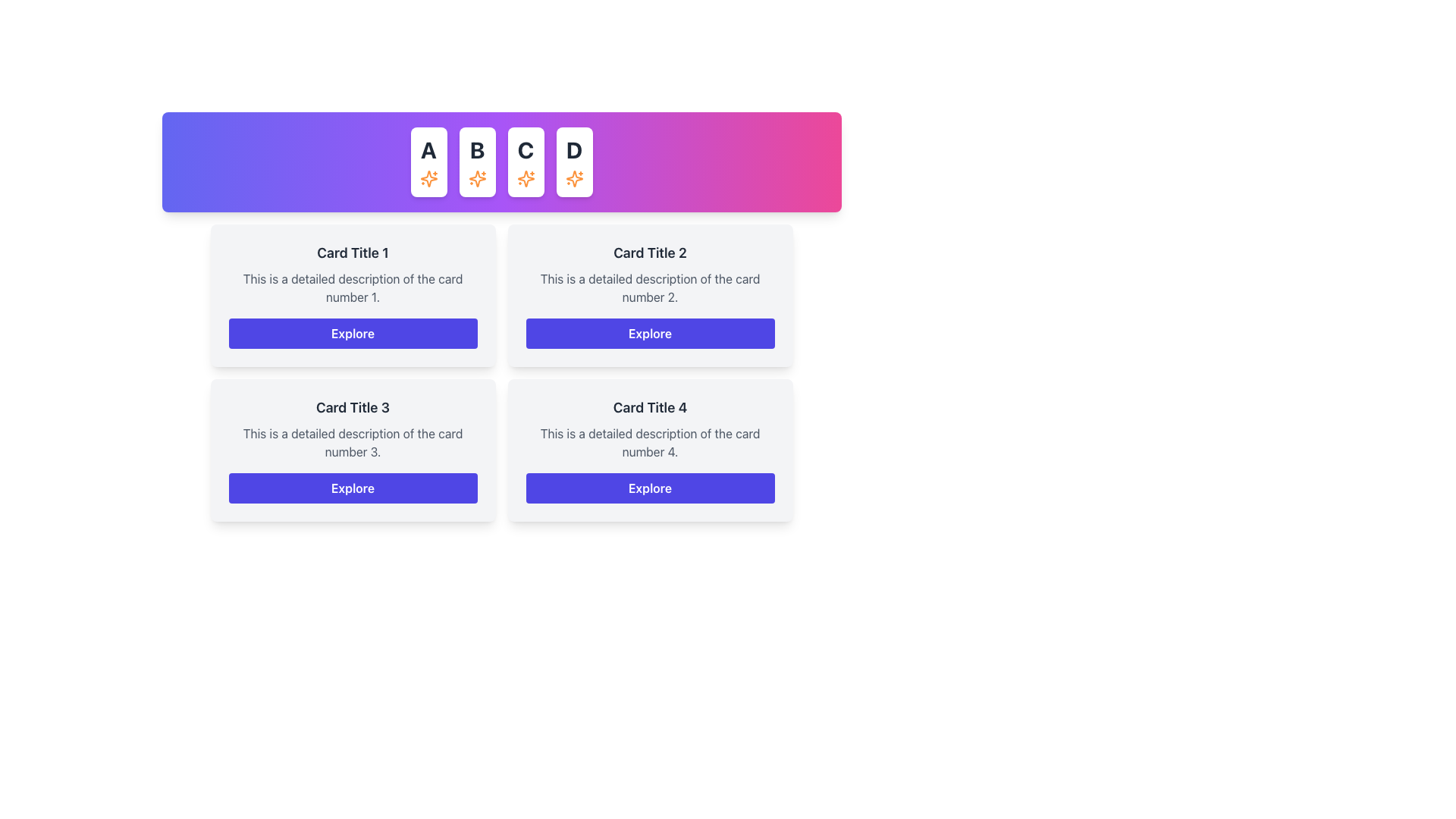 The height and width of the screenshot is (819, 1456). What do you see at coordinates (476, 177) in the screenshot?
I see `the orange sparkles icon located beneath the bold 'B' in the second card of the row` at bounding box center [476, 177].